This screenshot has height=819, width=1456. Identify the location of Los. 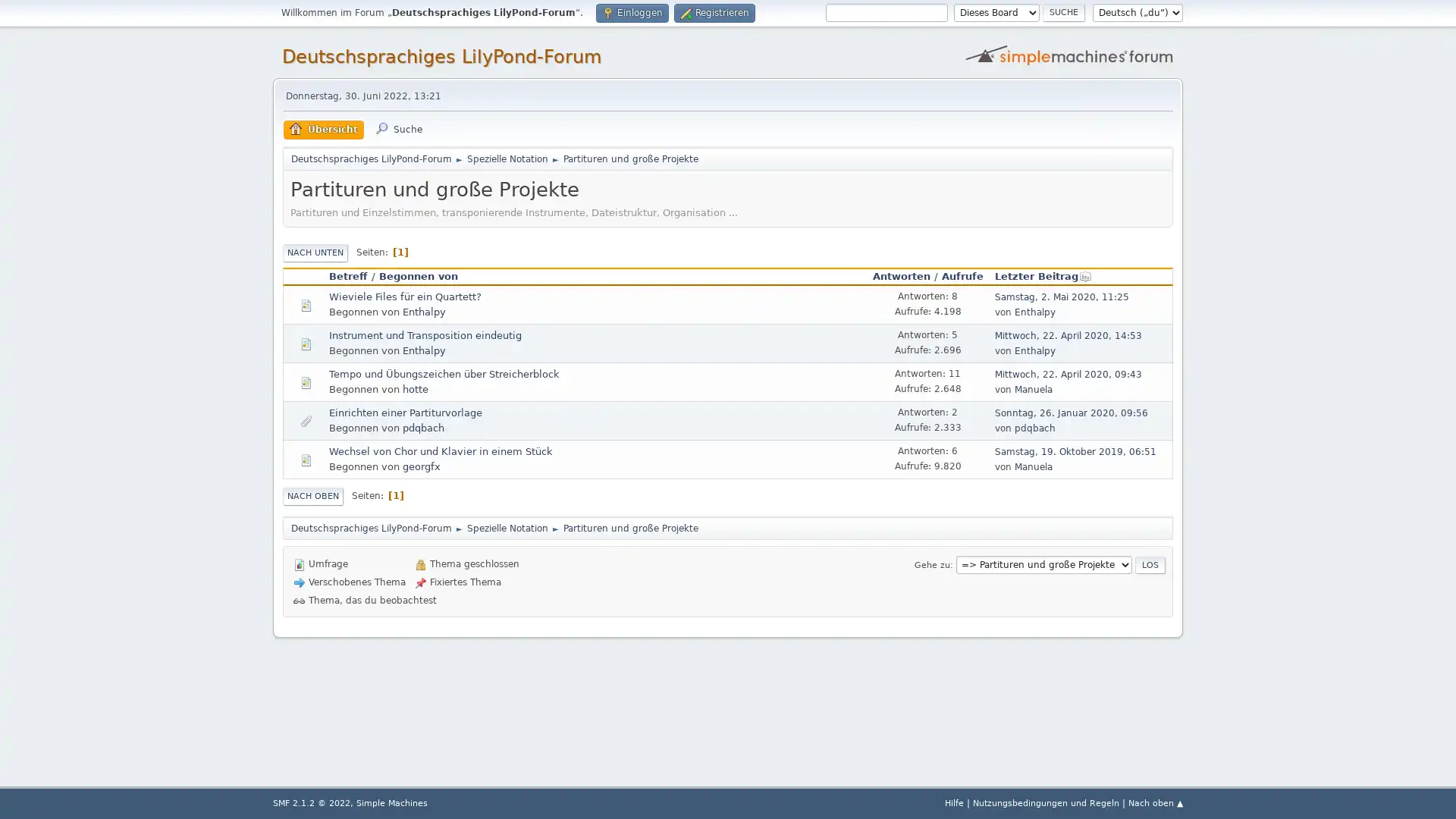
(1150, 564).